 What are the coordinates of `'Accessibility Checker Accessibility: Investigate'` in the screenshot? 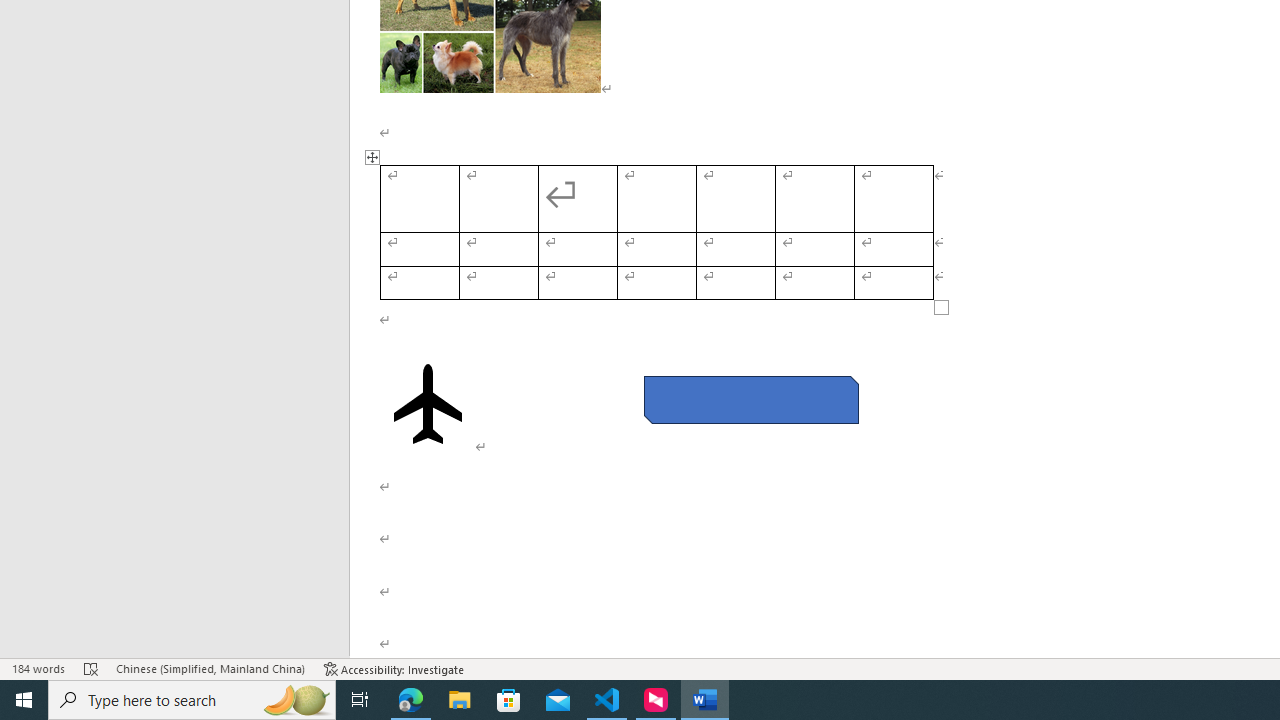 It's located at (394, 669).